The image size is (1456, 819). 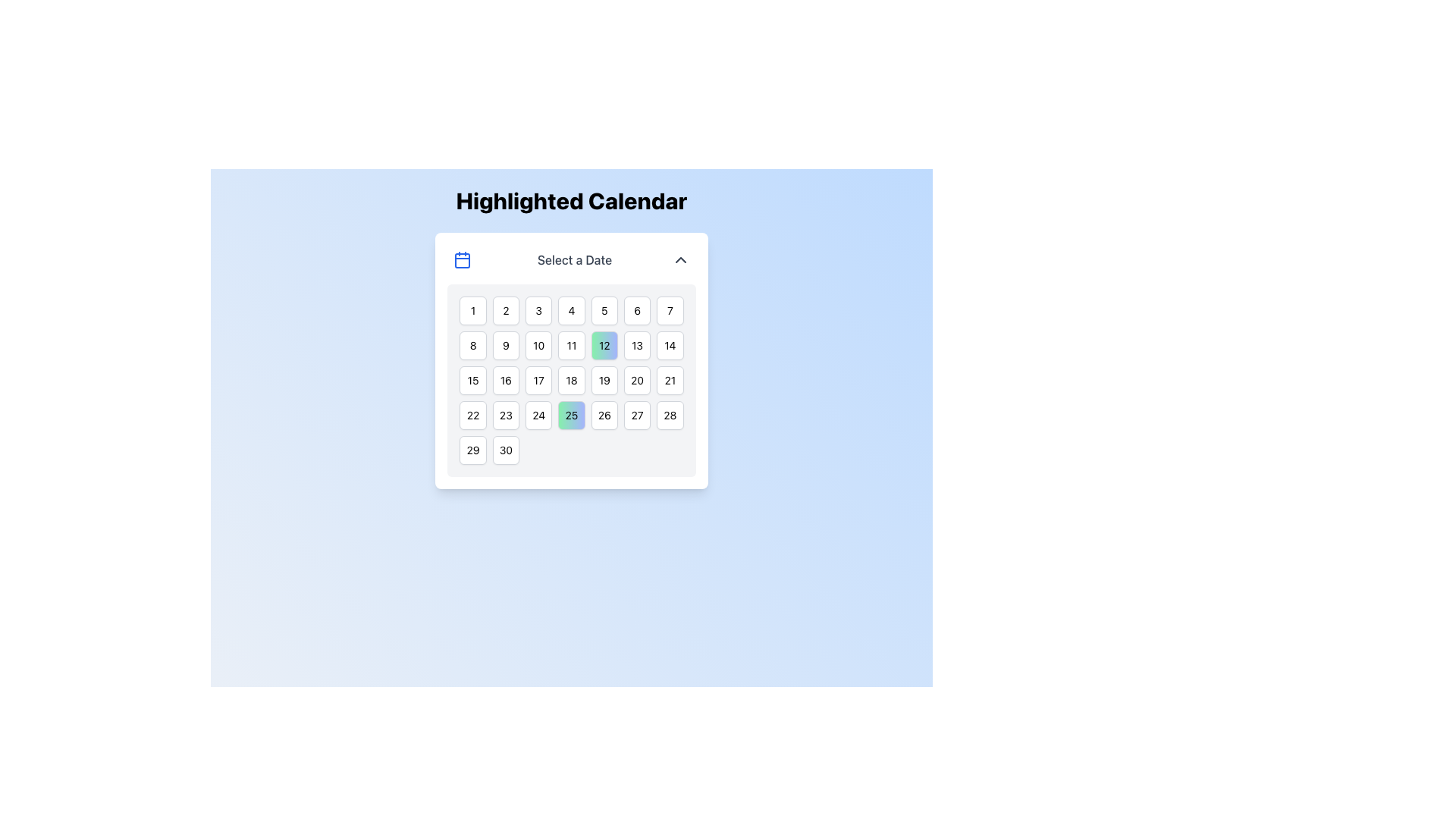 What do you see at coordinates (472, 415) in the screenshot?
I see `the small square button labeled '22' with a white background and gray border` at bounding box center [472, 415].